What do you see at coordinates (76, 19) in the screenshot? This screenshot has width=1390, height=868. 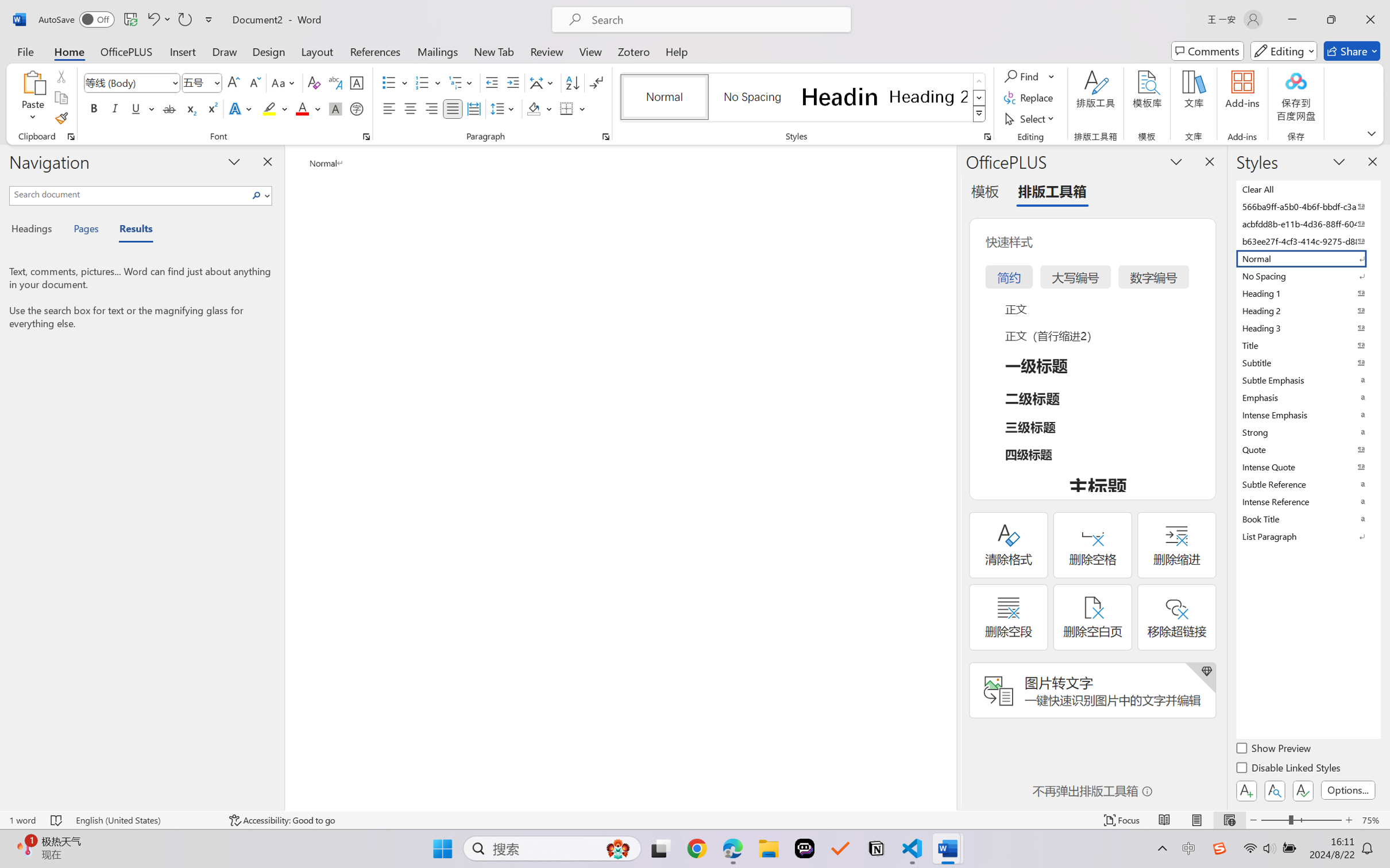 I see `'AutoSave'` at bounding box center [76, 19].